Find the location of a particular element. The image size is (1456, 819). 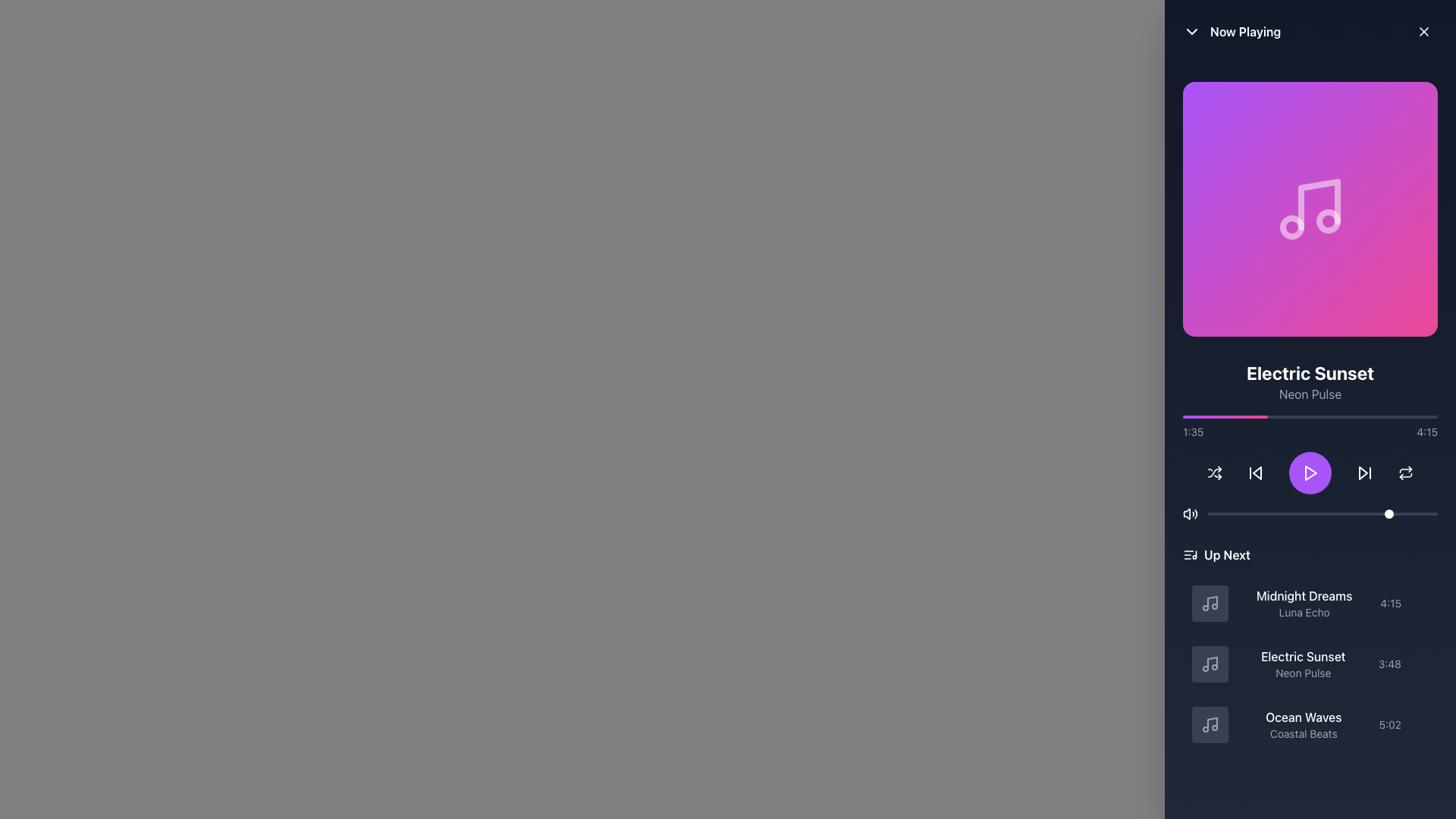

the text display element showing 'Midnight Dreams' and 'Luna Echo', which is part of the 'Up Next' list is located at coordinates (1304, 602).